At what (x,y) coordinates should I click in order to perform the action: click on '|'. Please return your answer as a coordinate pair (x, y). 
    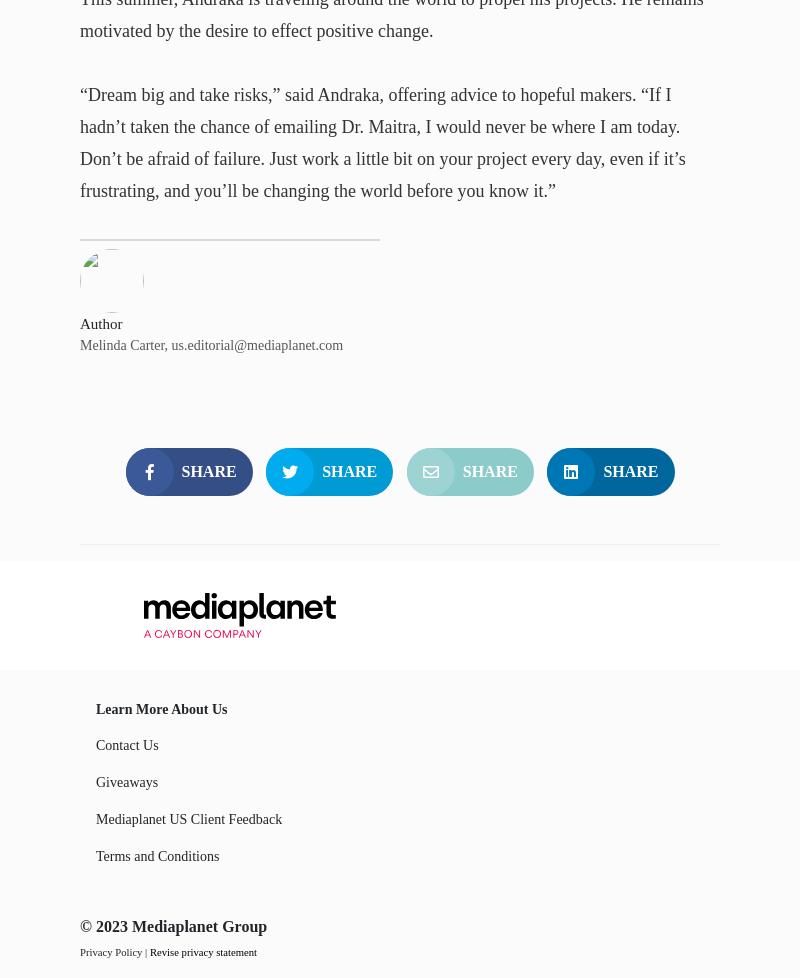
    Looking at the image, I should click on (145, 950).